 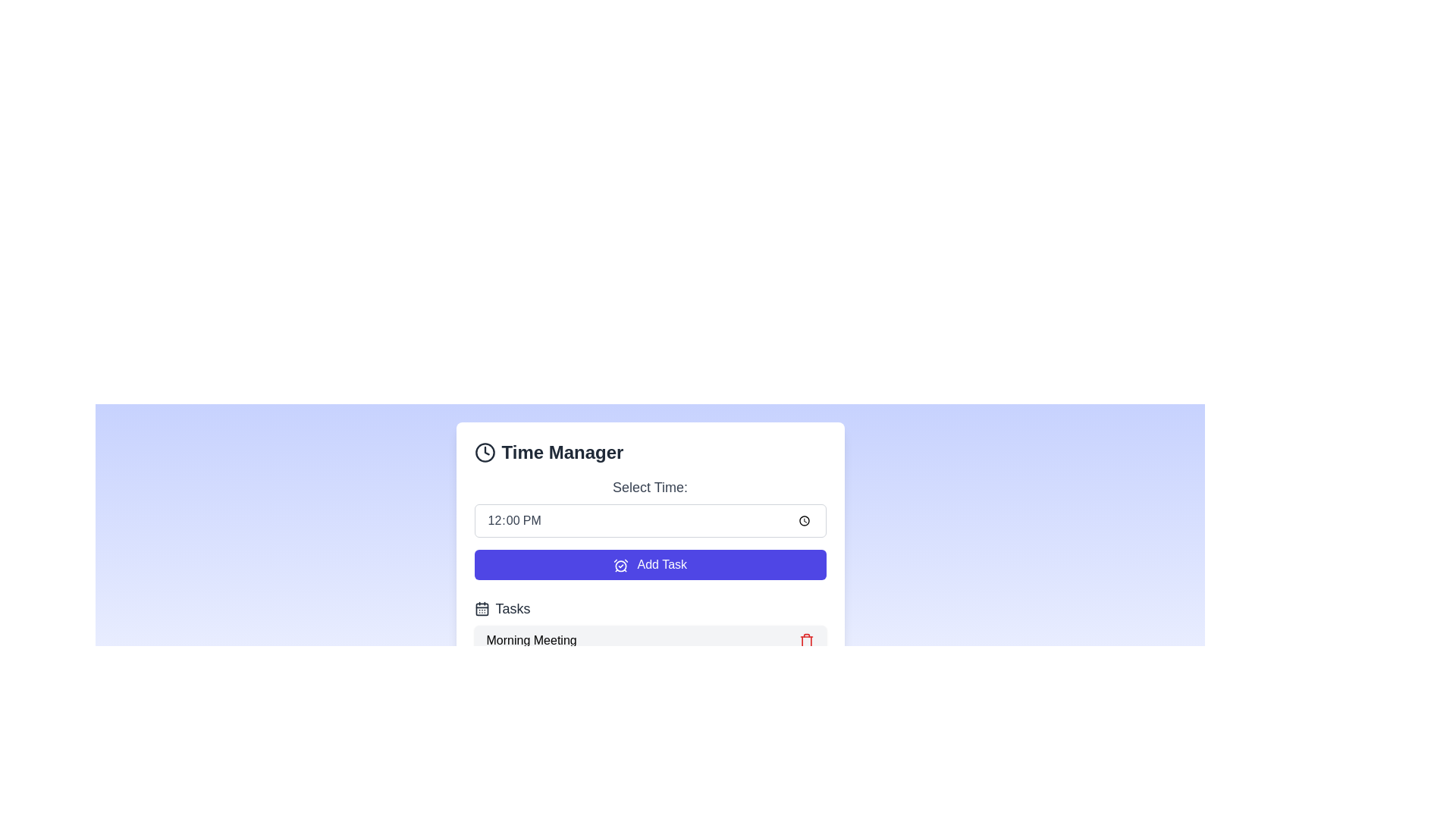 What do you see at coordinates (805, 640) in the screenshot?
I see `the red trash can icon button located to the far right of the 'Morning Meeting' task item to initiate deletion` at bounding box center [805, 640].